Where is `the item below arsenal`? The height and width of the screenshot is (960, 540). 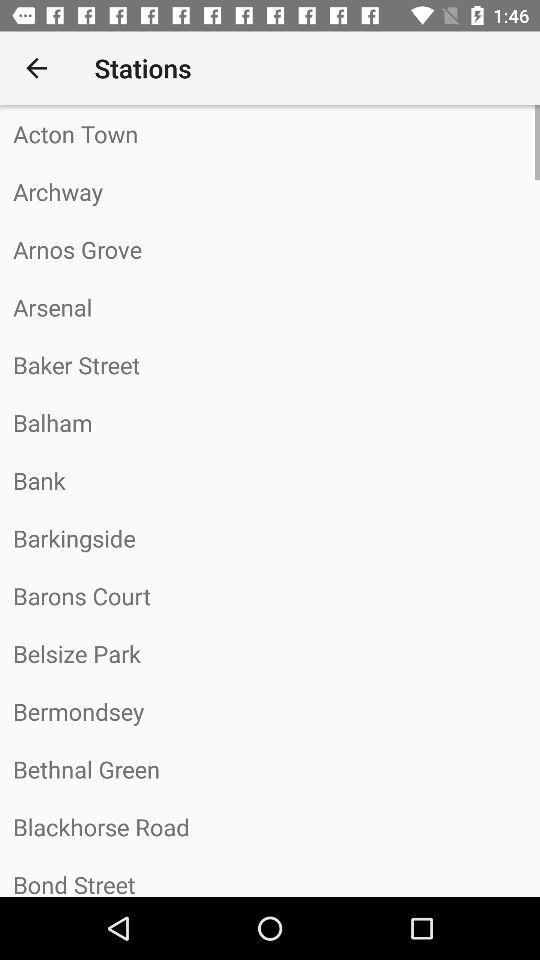
the item below arsenal is located at coordinates (270, 364).